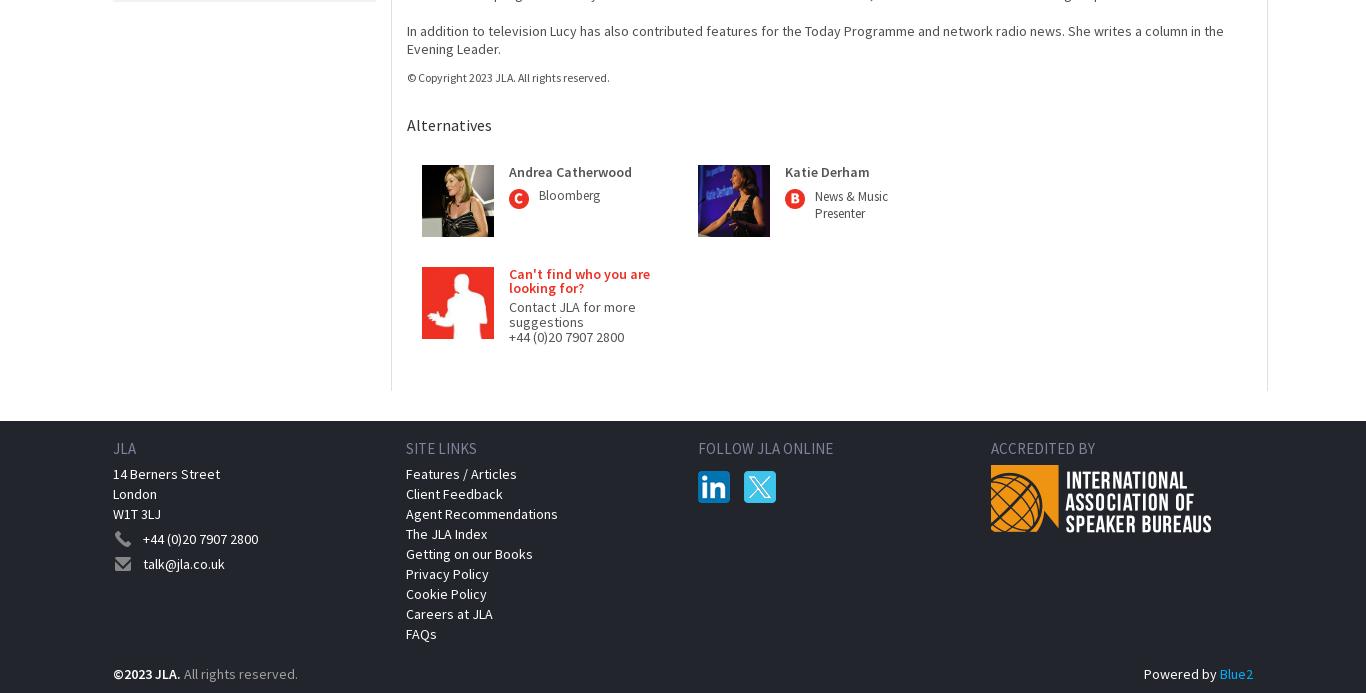 The height and width of the screenshot is (693, 1366). I want to click on 'Careers at JLA', so click(447, 613).